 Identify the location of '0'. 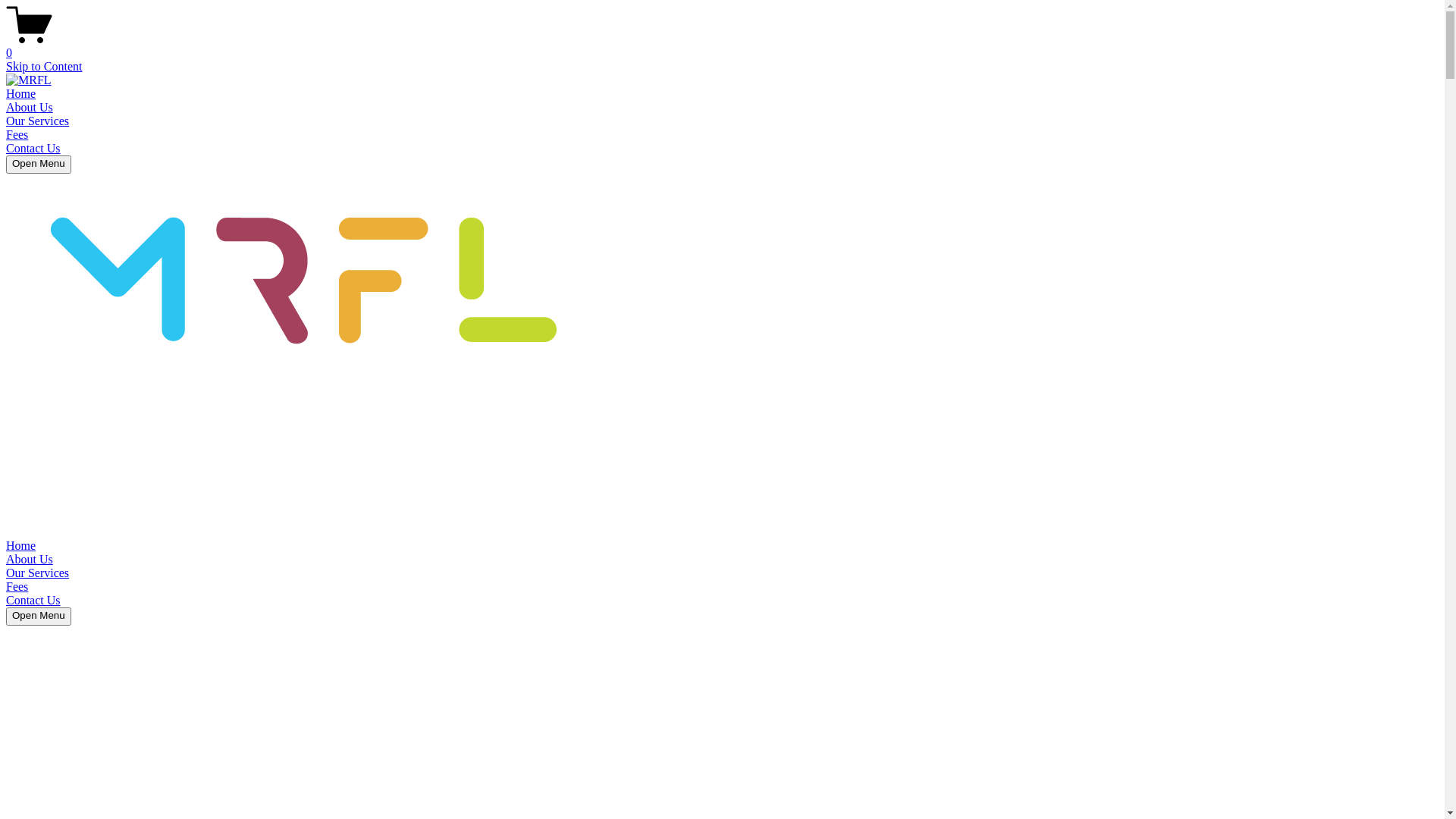
(721, 45).